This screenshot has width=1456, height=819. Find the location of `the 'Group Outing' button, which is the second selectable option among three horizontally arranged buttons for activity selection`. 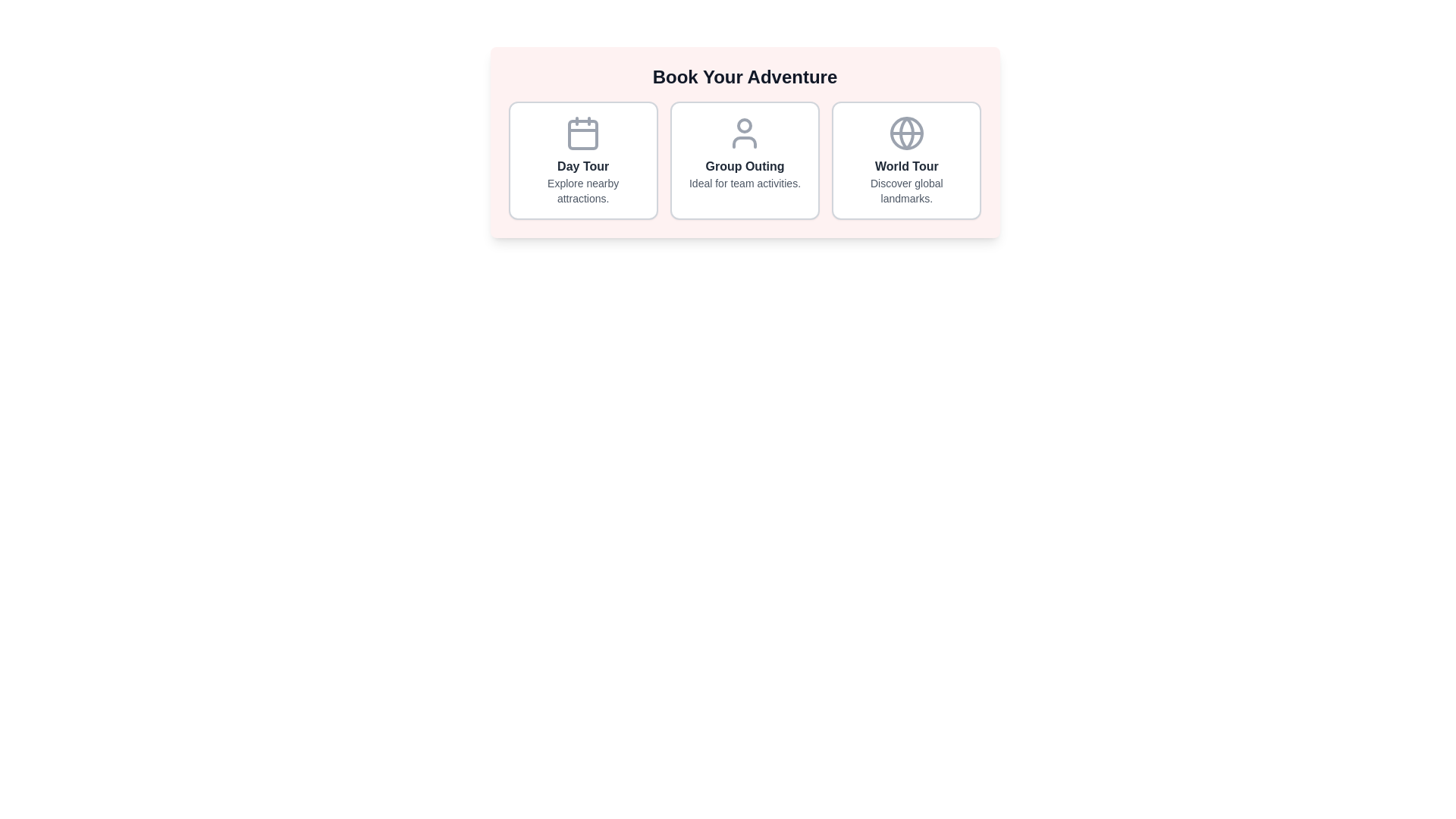

the 'Group Outing' button, which is the second selectable option among three horizontally arranged buttons for activity selection is located at coordinates (745, 161).